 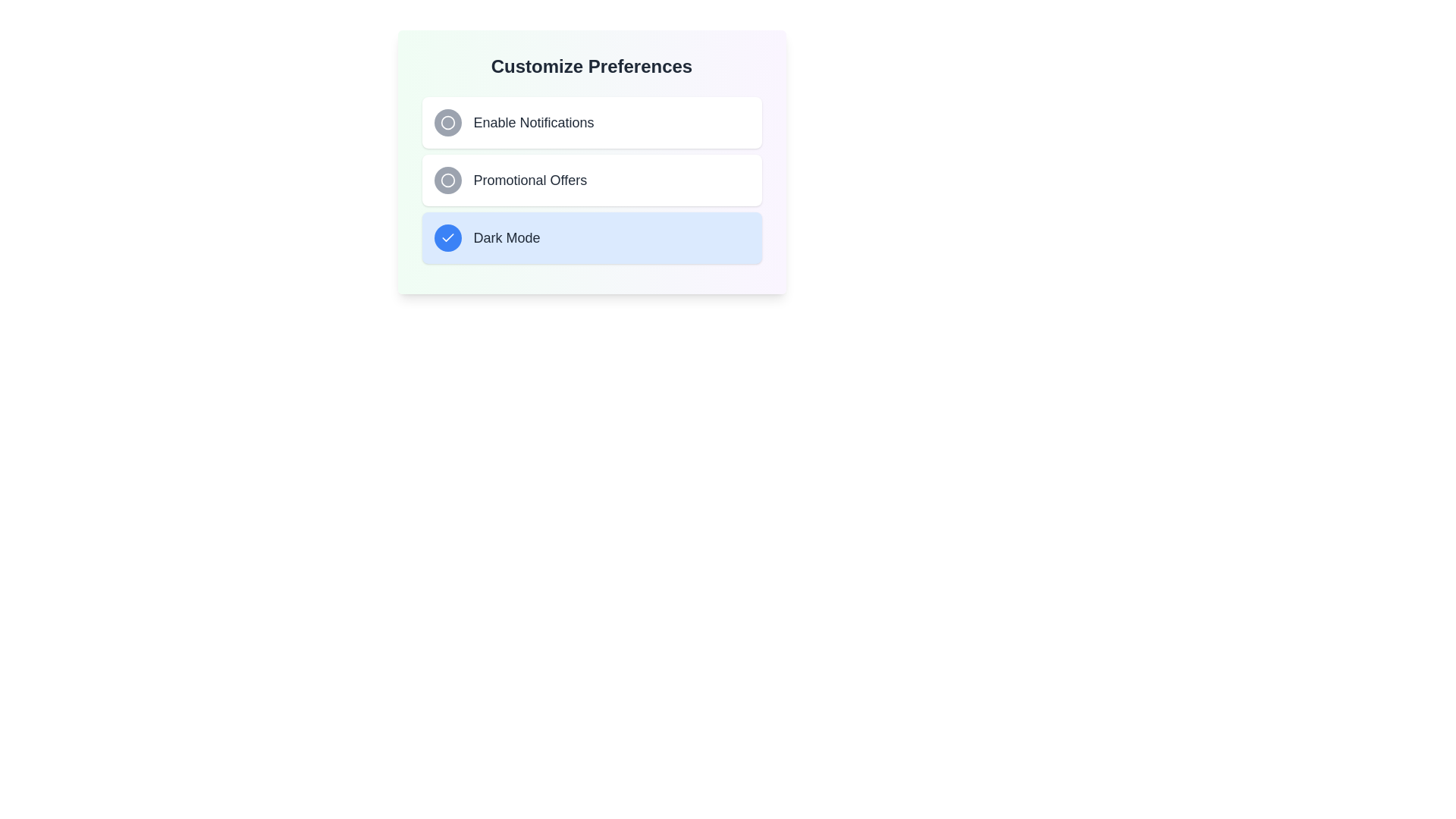 What do you see at coordinates (591, 180) in the screenshot?
I see `the preference item Promotional Offers` at bounding box center [591, 180].